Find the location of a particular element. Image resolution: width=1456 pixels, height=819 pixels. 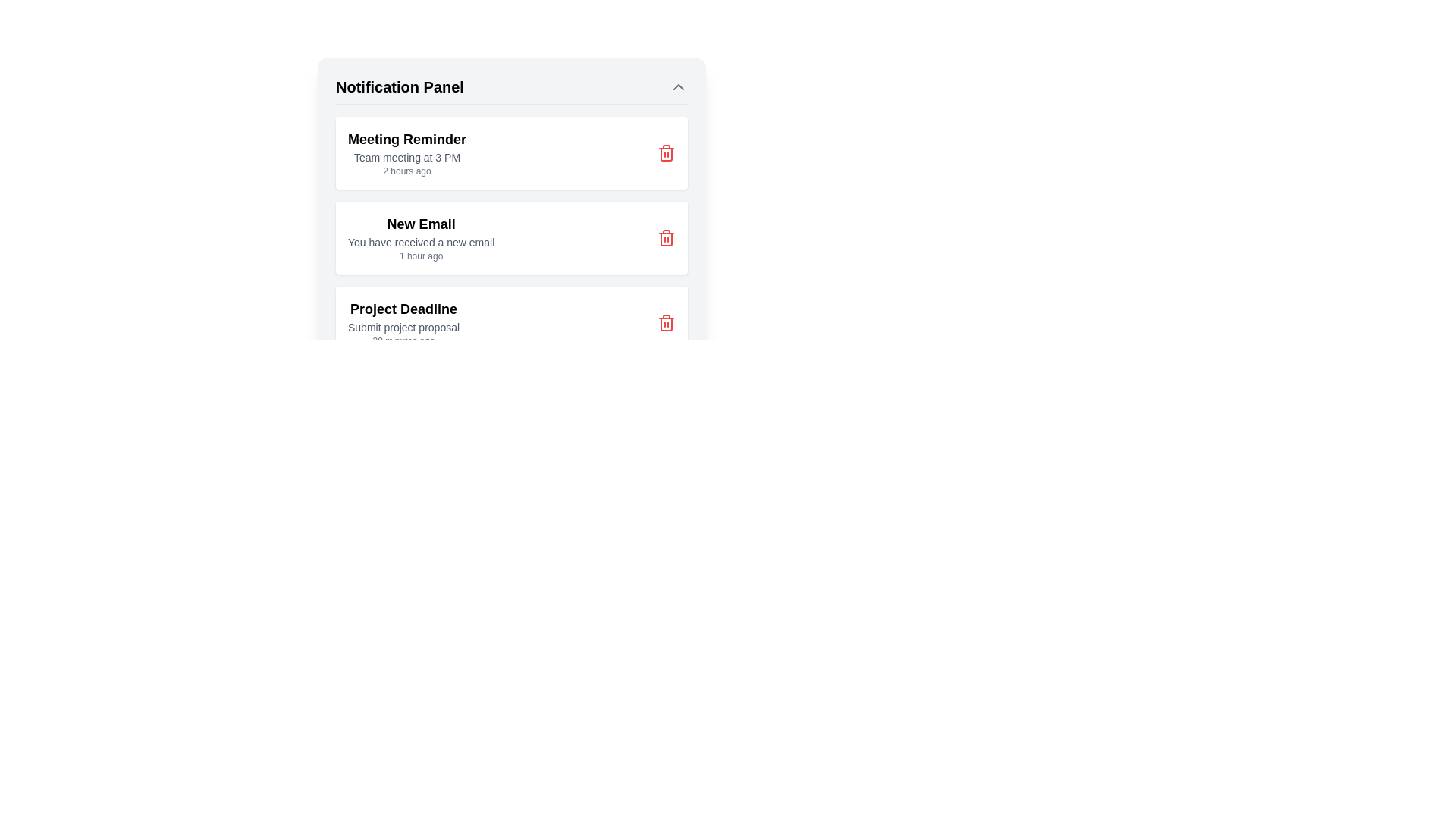

the 'New Email' text label, which is a large, bold font located at the top-center of the email notification card is located at coordinates (421, 224).